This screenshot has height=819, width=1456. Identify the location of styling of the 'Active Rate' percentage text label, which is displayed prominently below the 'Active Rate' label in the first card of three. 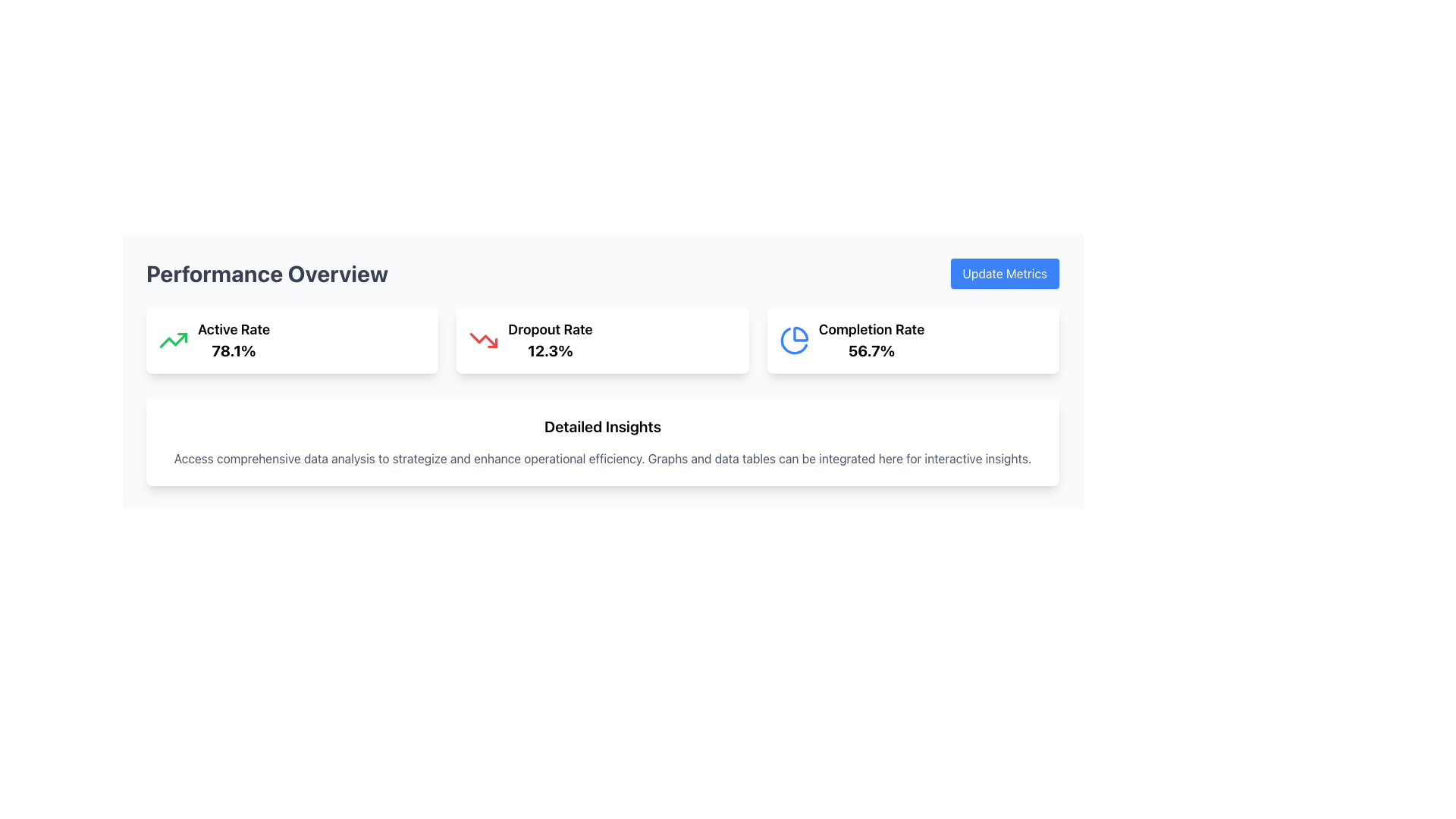
(233, 350).